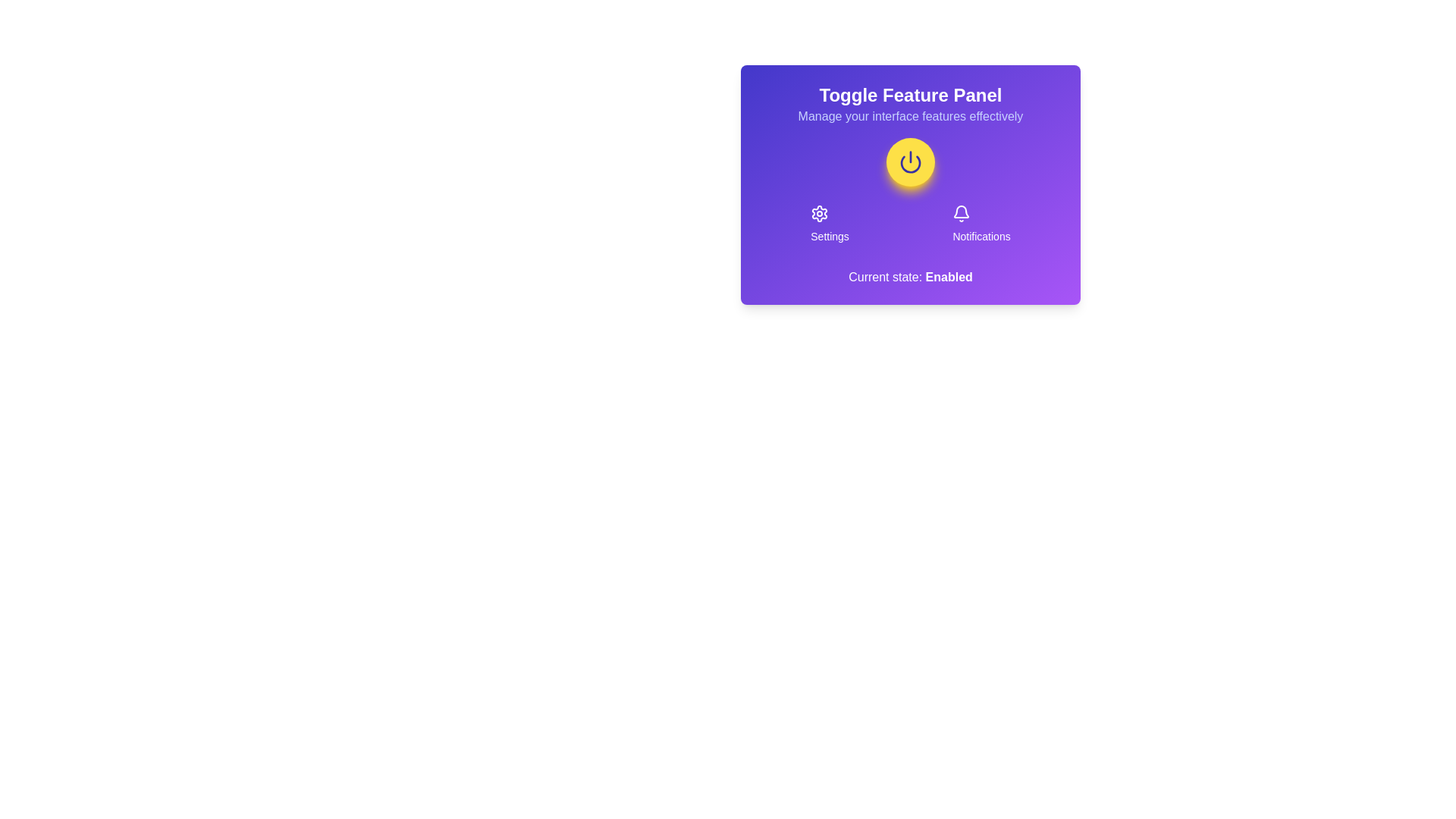 The width and height of the screenshot is (1456, 819). Describe the element at coordinates (981, 237) in the screenshot. I see `the 'Notifications' text label, which is styled with white text on a purple background and positioned below the bell icon` at that location.